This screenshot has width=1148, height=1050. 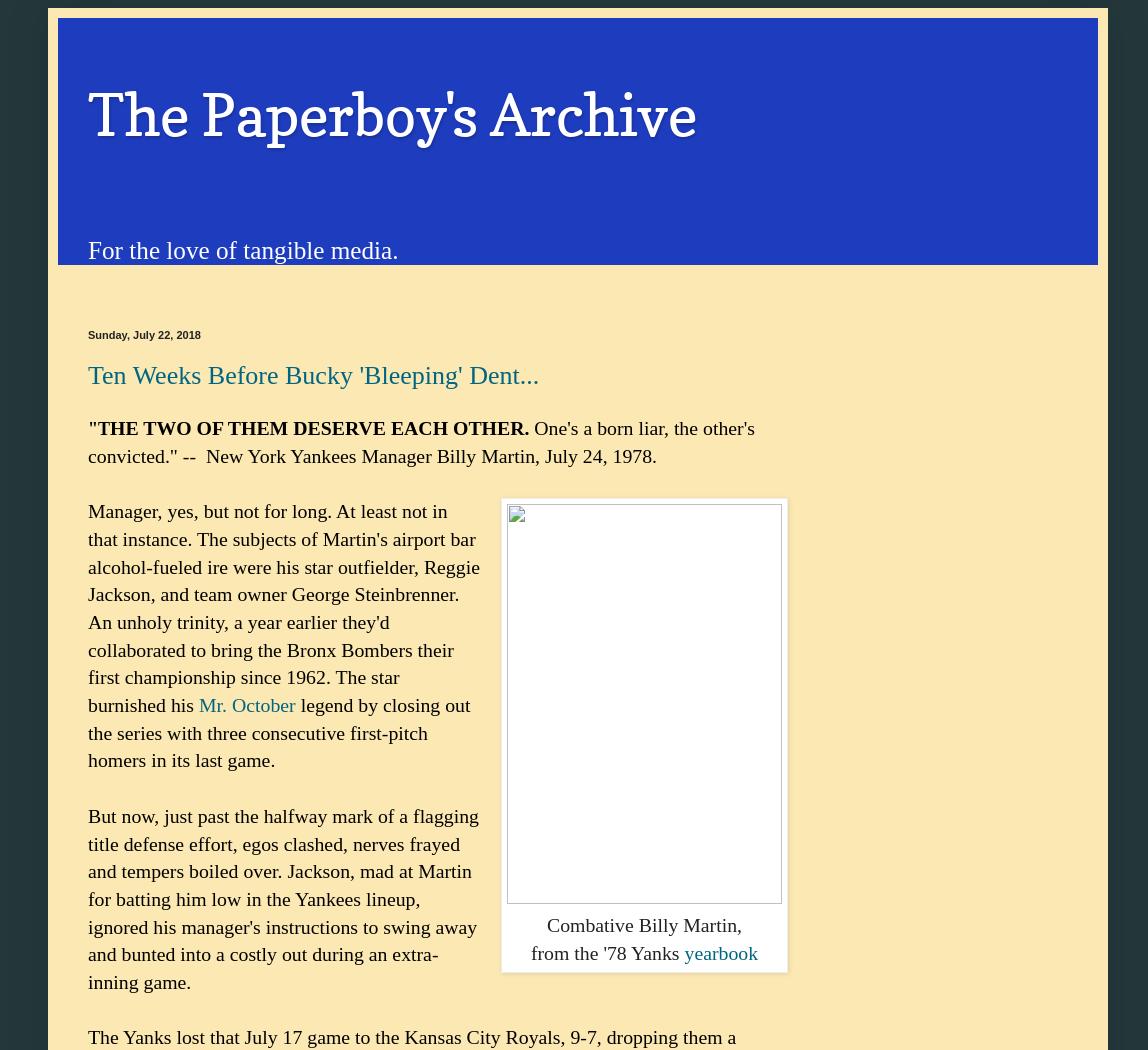 I want to click on 'Sunday, July 22, 2018', so click(x=88, y=334).